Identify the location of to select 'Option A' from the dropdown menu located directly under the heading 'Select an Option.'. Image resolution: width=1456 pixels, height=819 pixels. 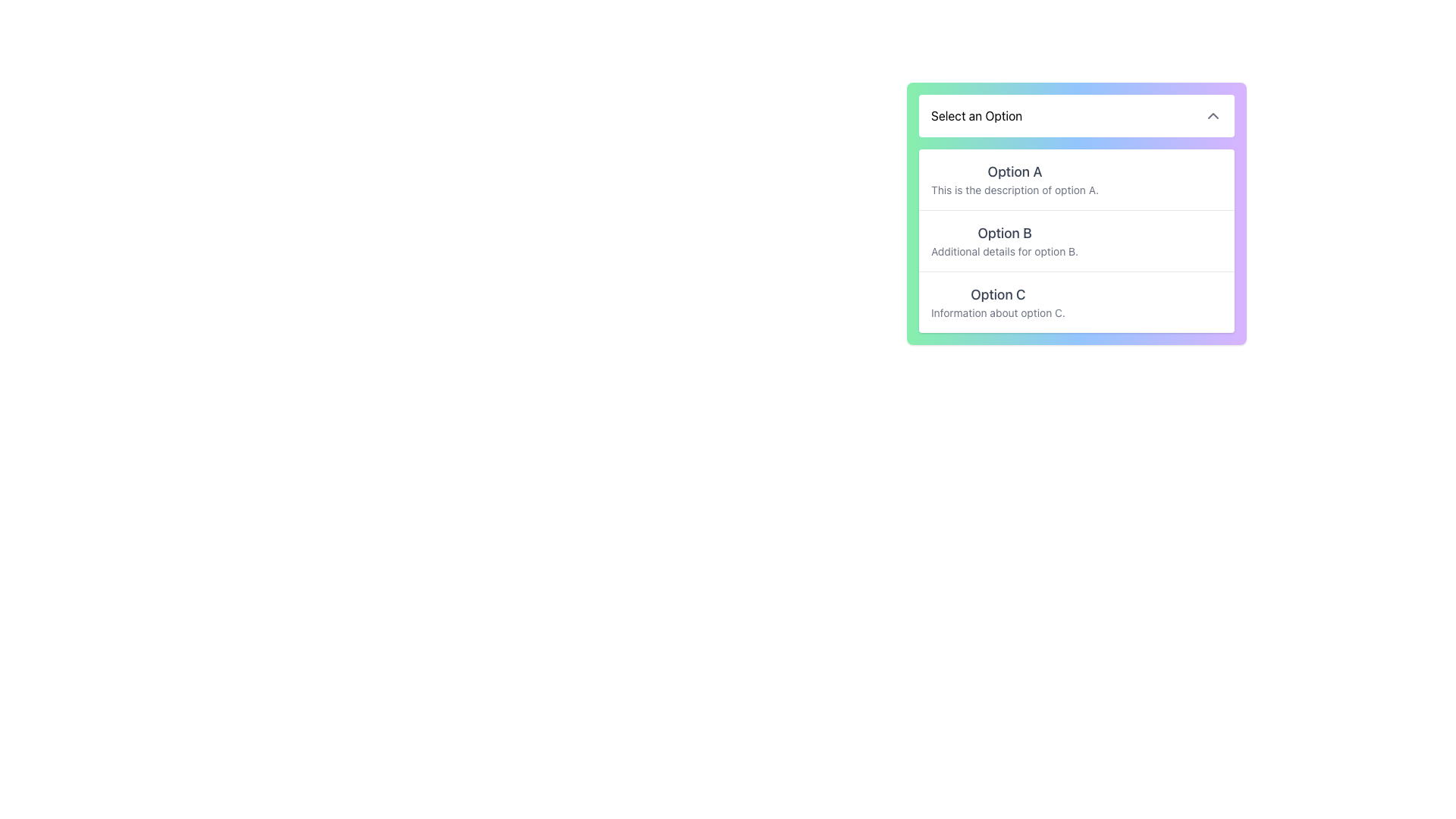
(1015, 178).